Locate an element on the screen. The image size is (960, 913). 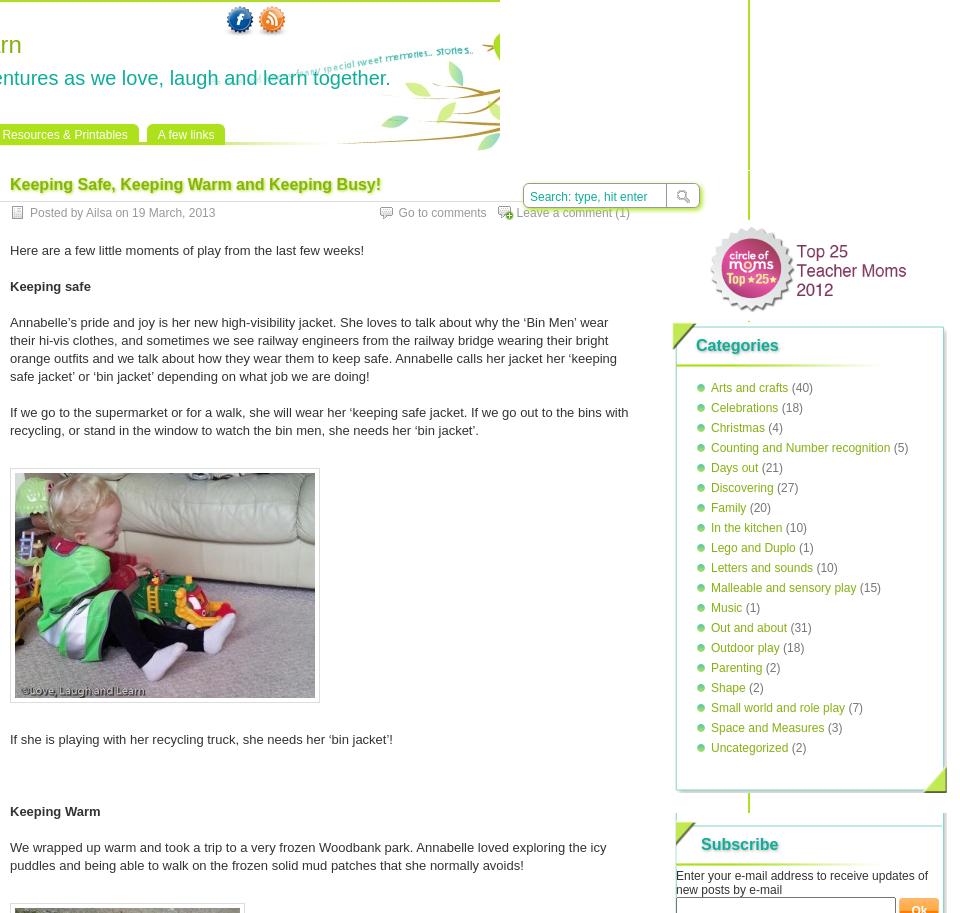
'Subscribe' is located at coordinates (700, 844).